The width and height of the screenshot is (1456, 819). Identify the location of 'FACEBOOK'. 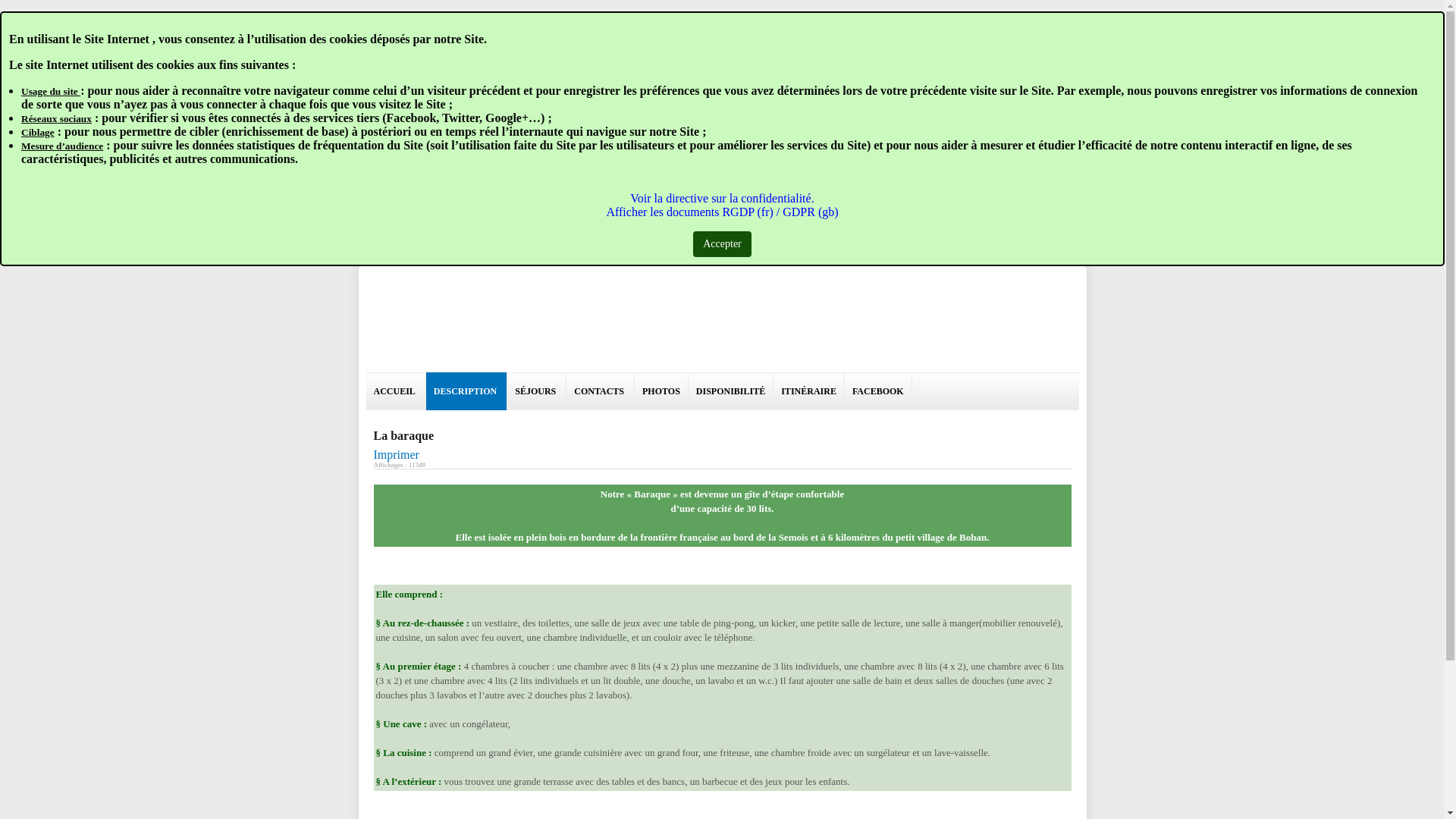
(878, 391).